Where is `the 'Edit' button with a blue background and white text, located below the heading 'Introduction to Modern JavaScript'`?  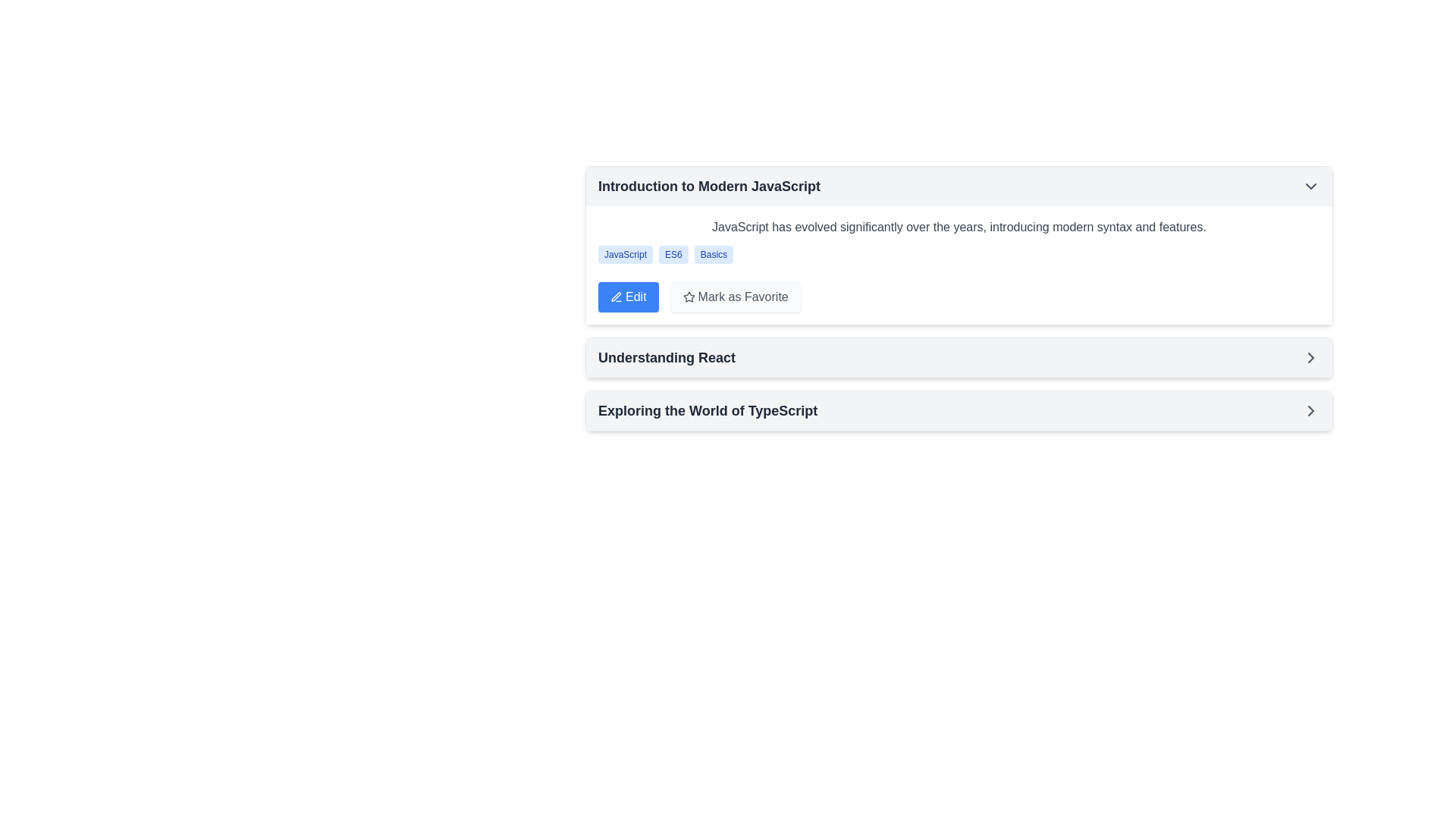 the 'Edit' button with a blue background and white text, located below the heading 'Introduction to Modern JavaScript' is located at coordinates (628, 297).